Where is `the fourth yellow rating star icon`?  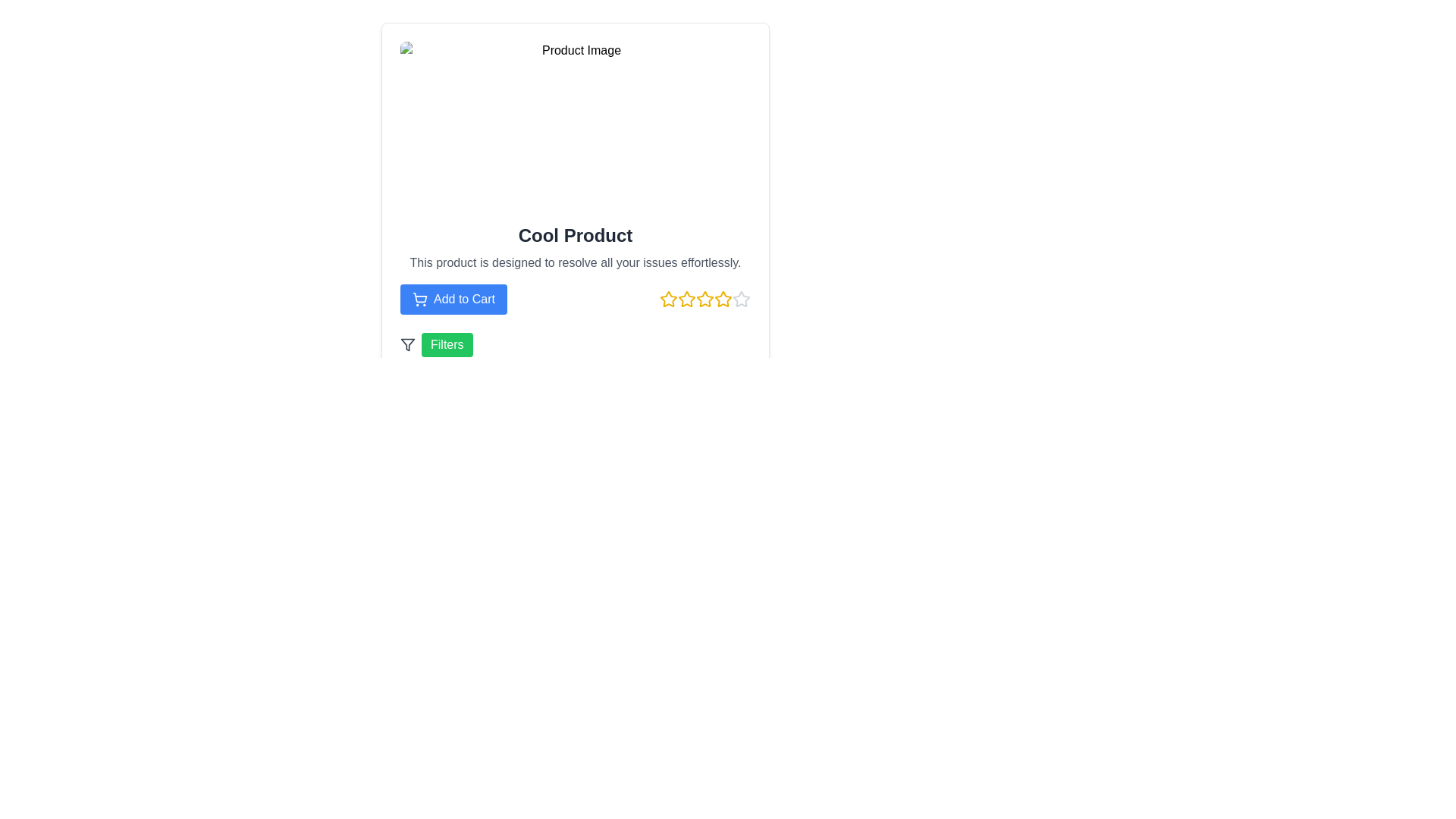
the fourth yellow rating star icon is located at coordinates (704, 299).